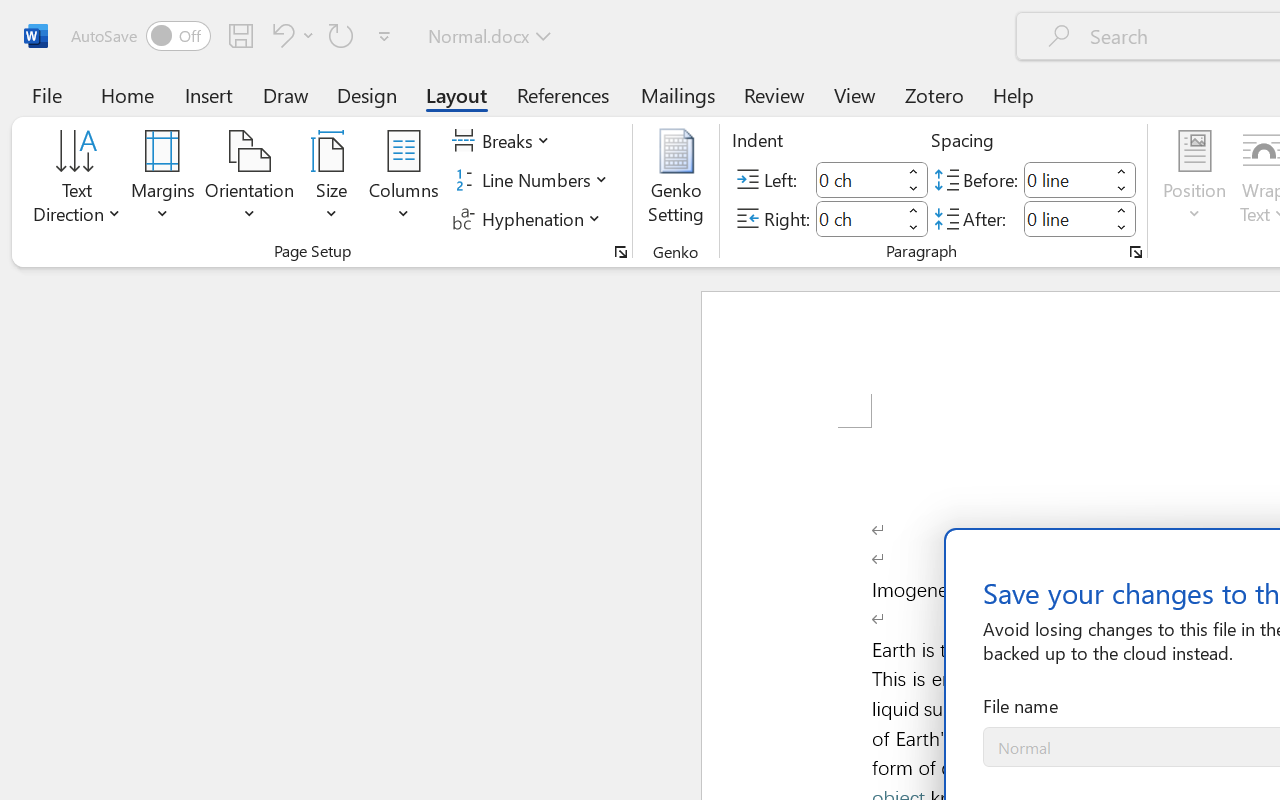  I want to click on 'Paragraph...', so click(1136, 251).